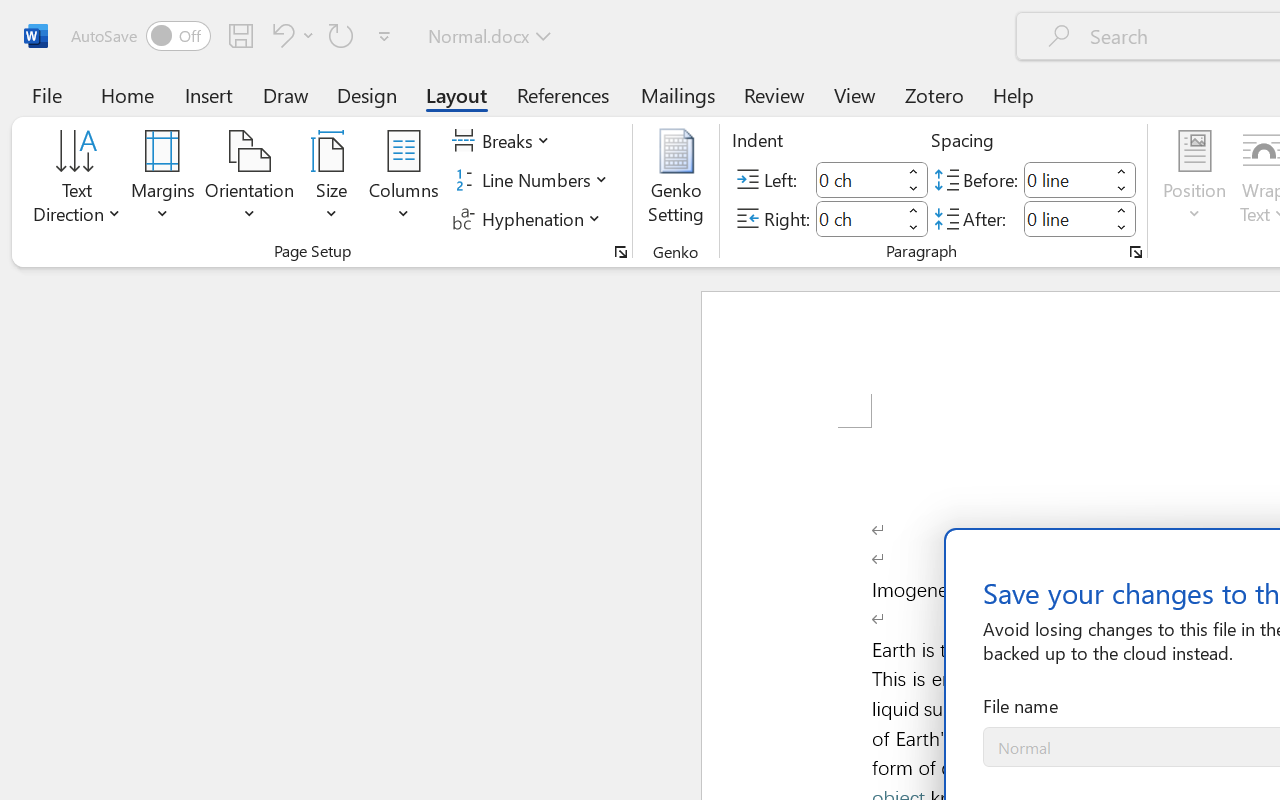  I want to click on 'Paragraph...', so click(1136, 251).